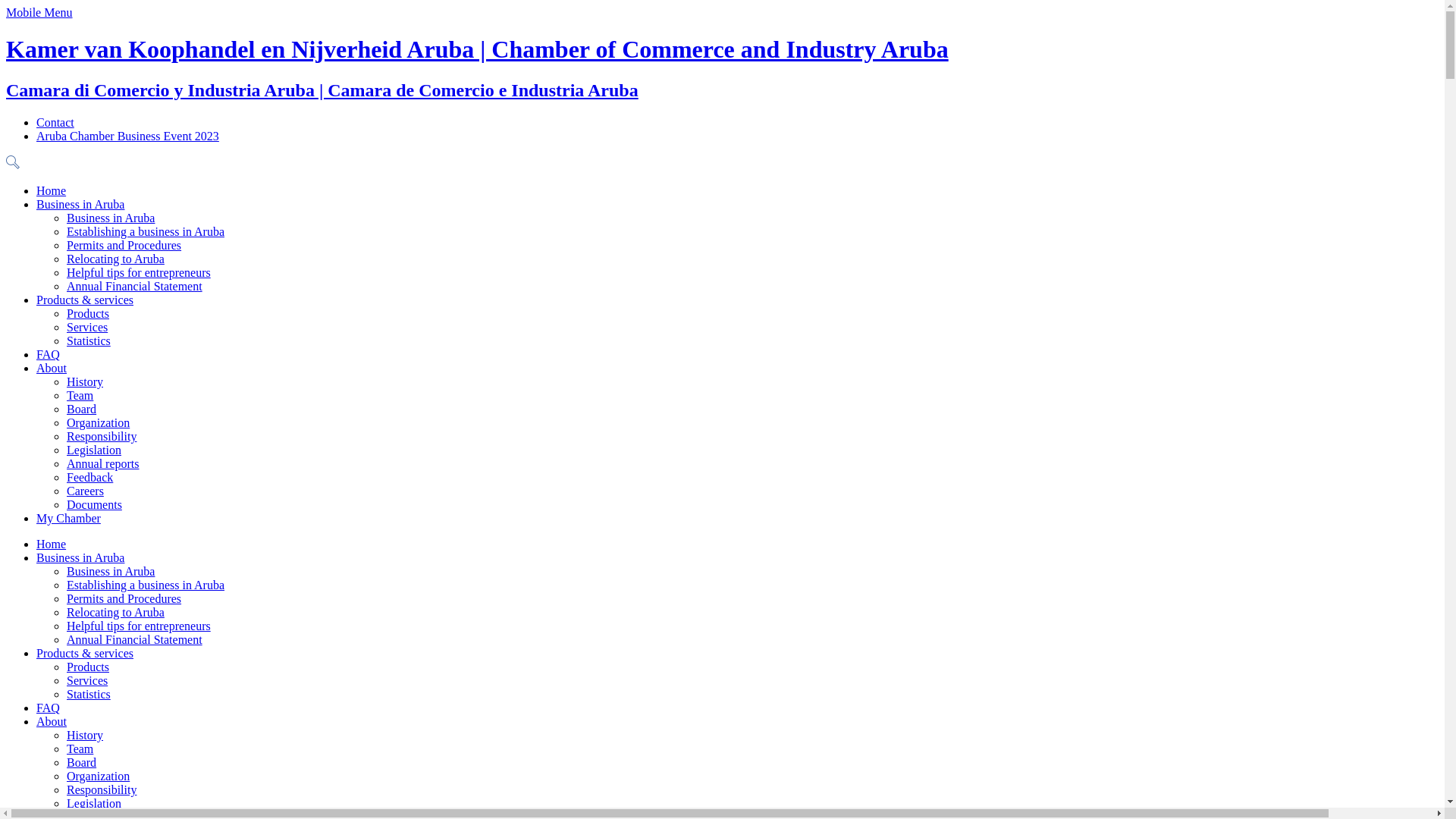 The width and height of the screenshot is (1456, 819). What do you see at coordinates (124, 244) in the screenshot?
I see `'Permits and Procedures'` at bounding box center [124, 244].